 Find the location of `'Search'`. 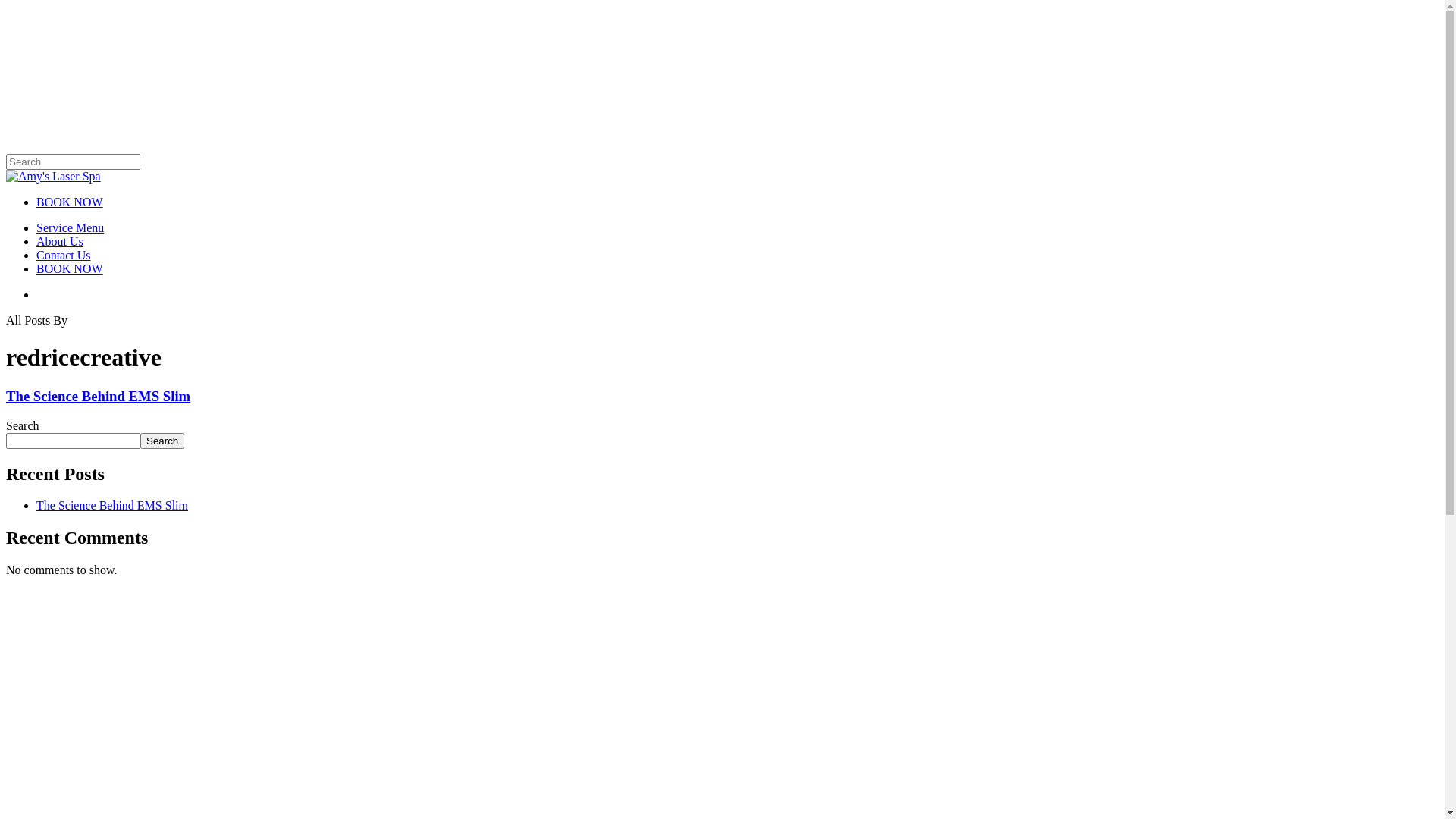

'Search' is located at coordinates (140, 441).